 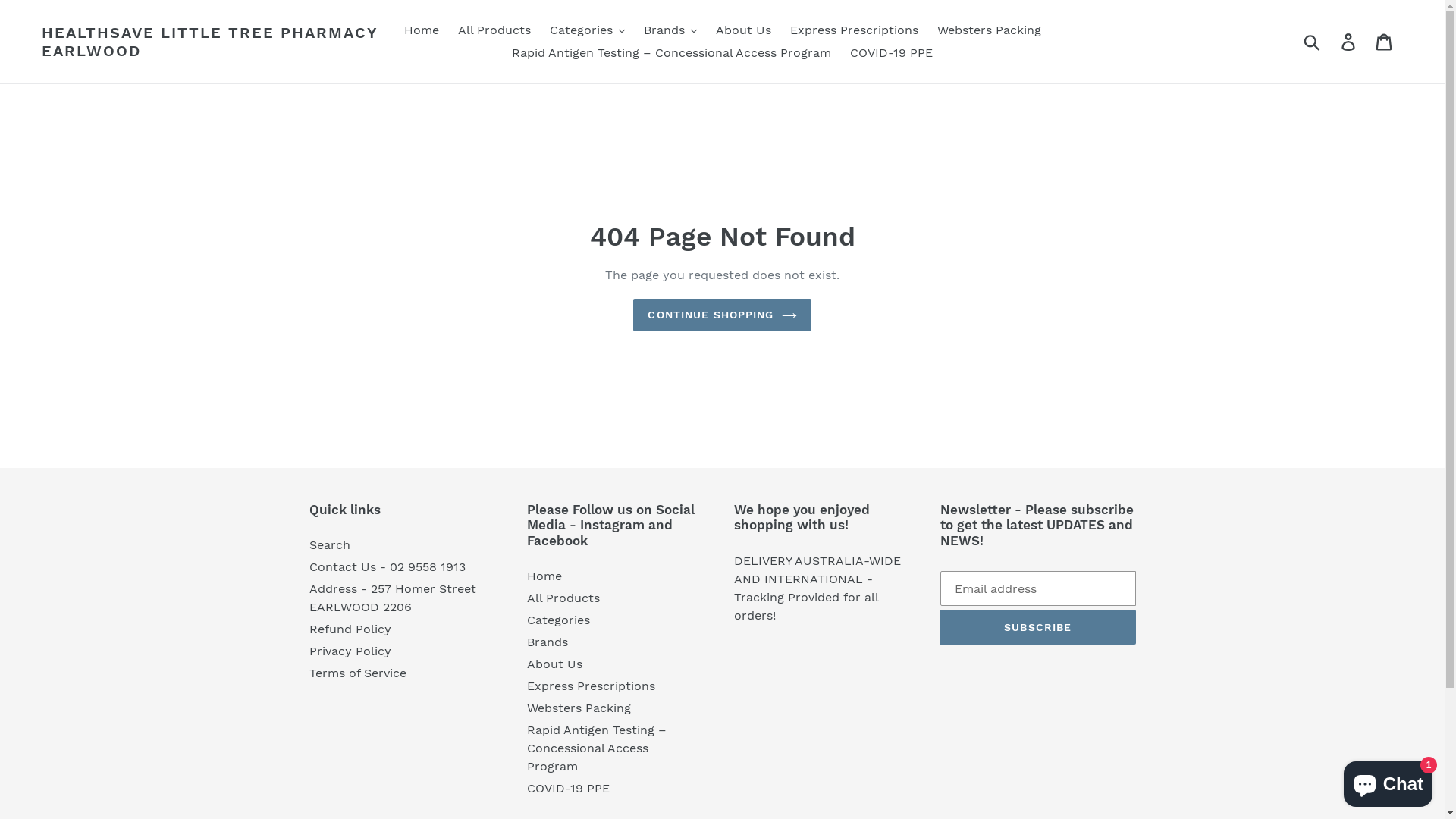 What do you see at coordinates (720, 314) in the screenshot?
I see `'CONTINUE SHOPPING'` at bounding box center [720, 314].